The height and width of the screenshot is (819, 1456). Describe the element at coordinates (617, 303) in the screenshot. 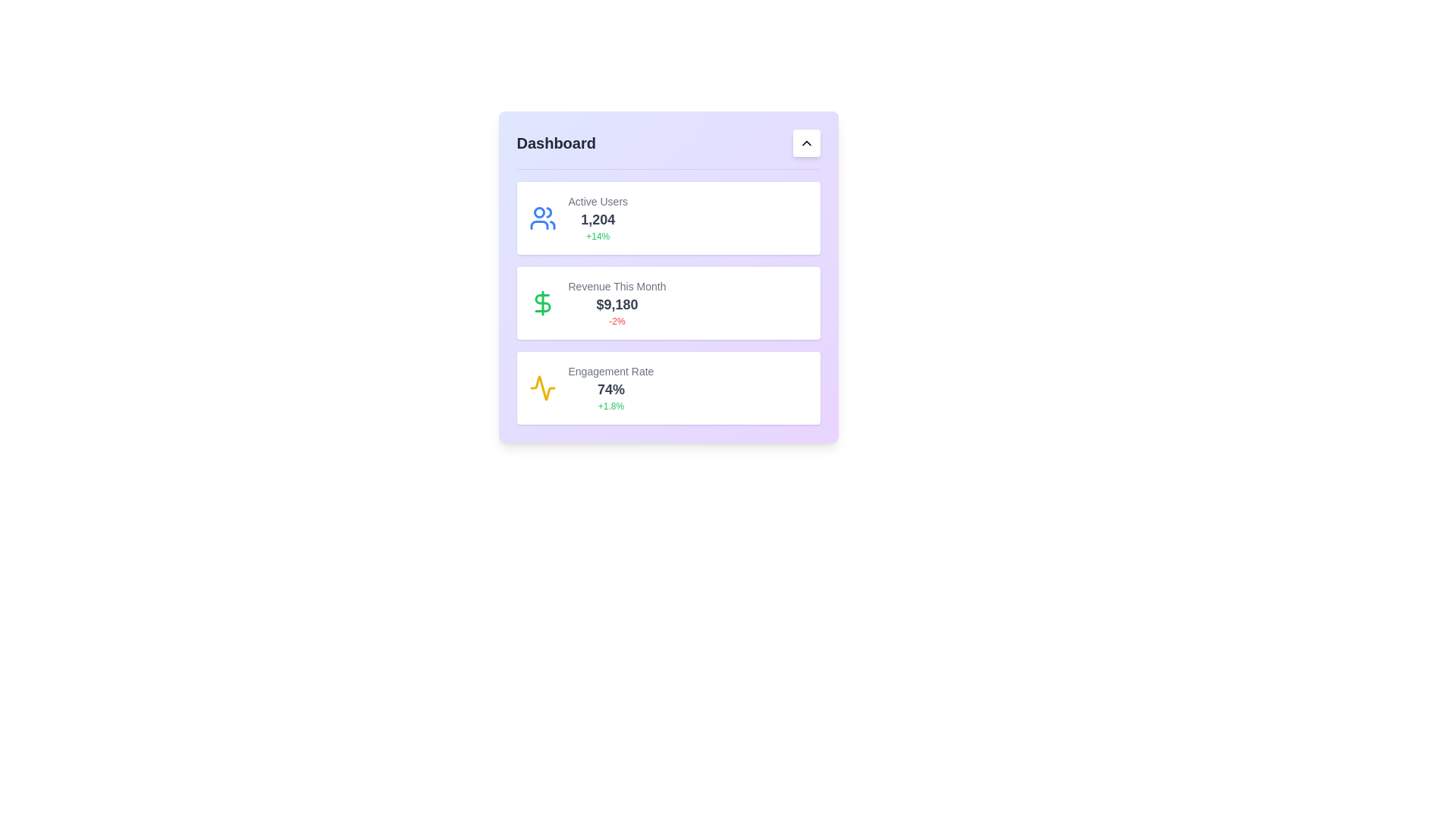

I see `displayed revenue information from the Text Block that shows 'Revenue This Month', '$9,180', and '-2%'` at that location.